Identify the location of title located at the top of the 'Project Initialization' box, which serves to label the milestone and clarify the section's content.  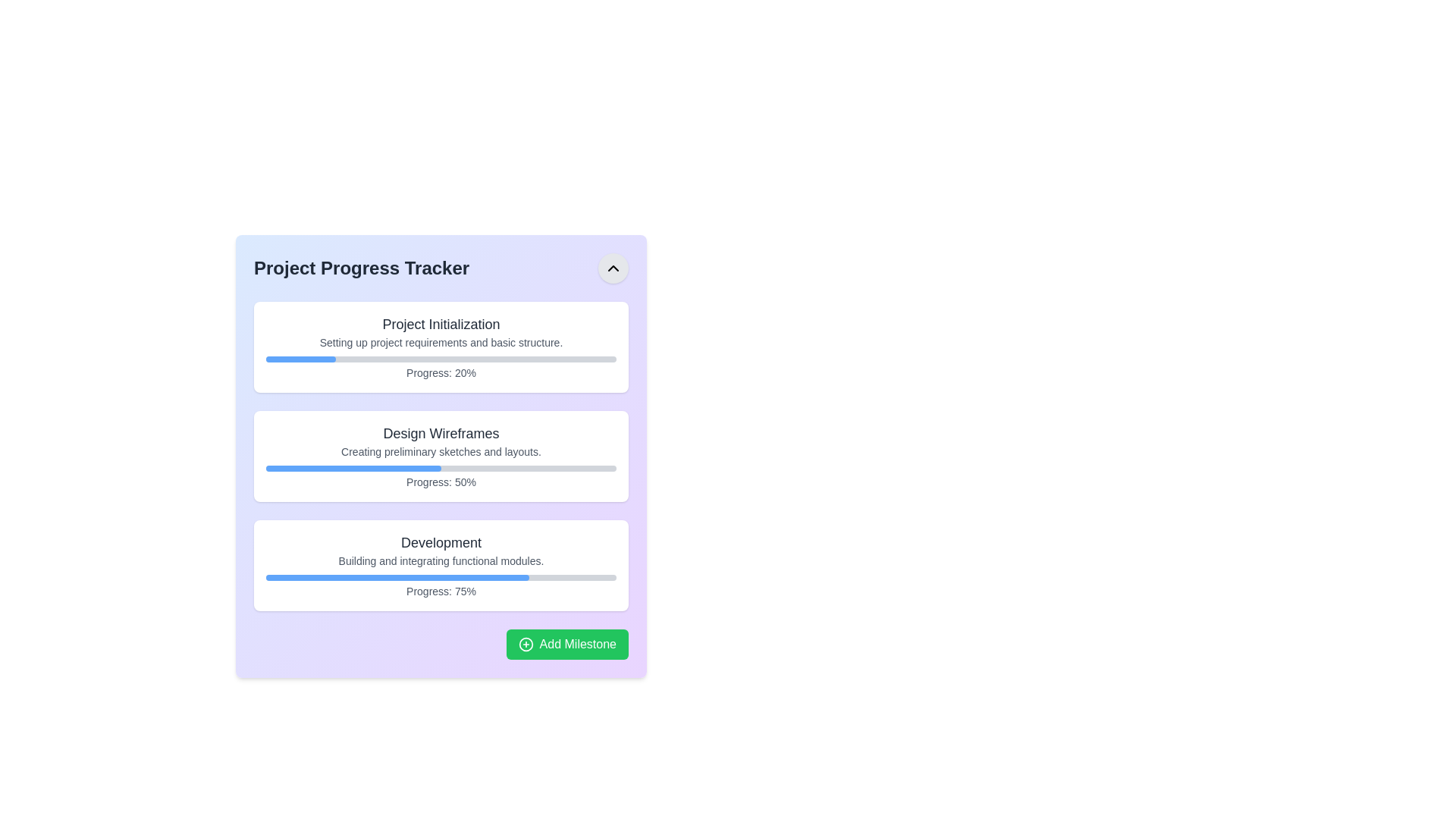
(440, 324).